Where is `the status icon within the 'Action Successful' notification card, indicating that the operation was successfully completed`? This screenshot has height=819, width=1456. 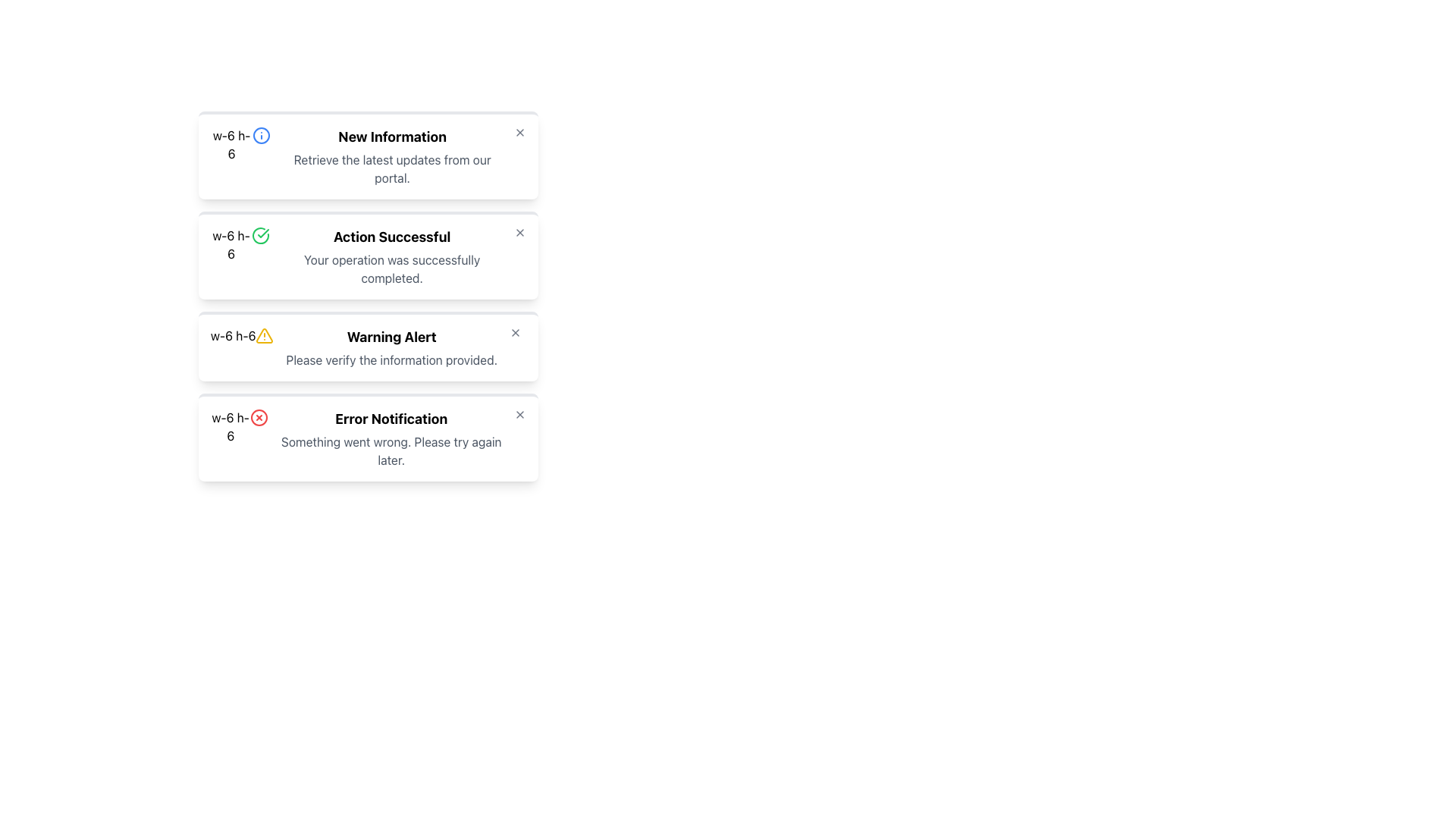 the status icon within the 'Action Successful' notification card, indicating that the operation was successfully completed is located at coordinates (261, 236).